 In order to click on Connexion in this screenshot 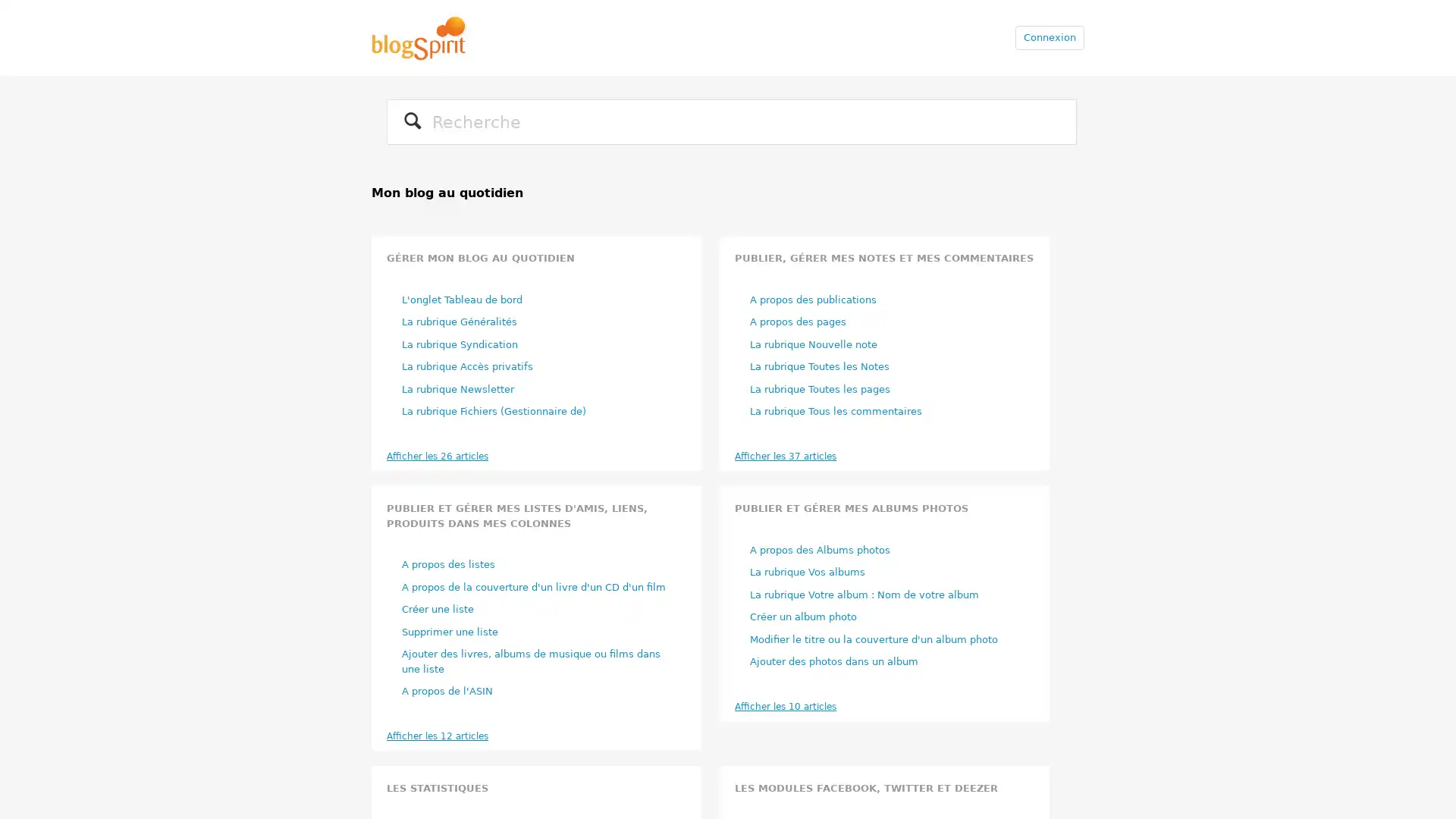, I will do `click(1049, 36)`.